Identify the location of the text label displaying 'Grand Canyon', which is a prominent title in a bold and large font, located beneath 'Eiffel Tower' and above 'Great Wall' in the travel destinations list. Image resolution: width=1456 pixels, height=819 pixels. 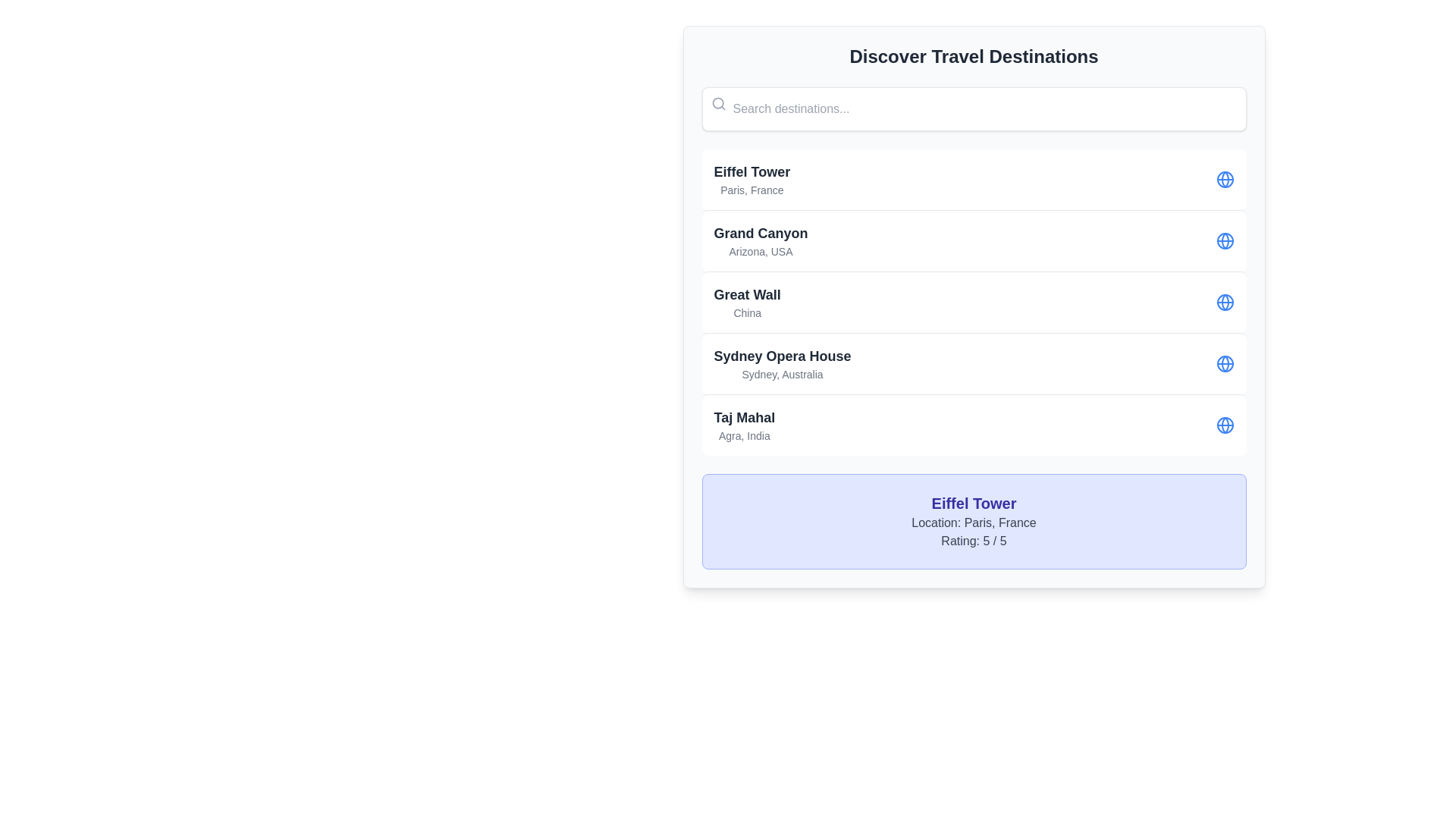
(761, 234).